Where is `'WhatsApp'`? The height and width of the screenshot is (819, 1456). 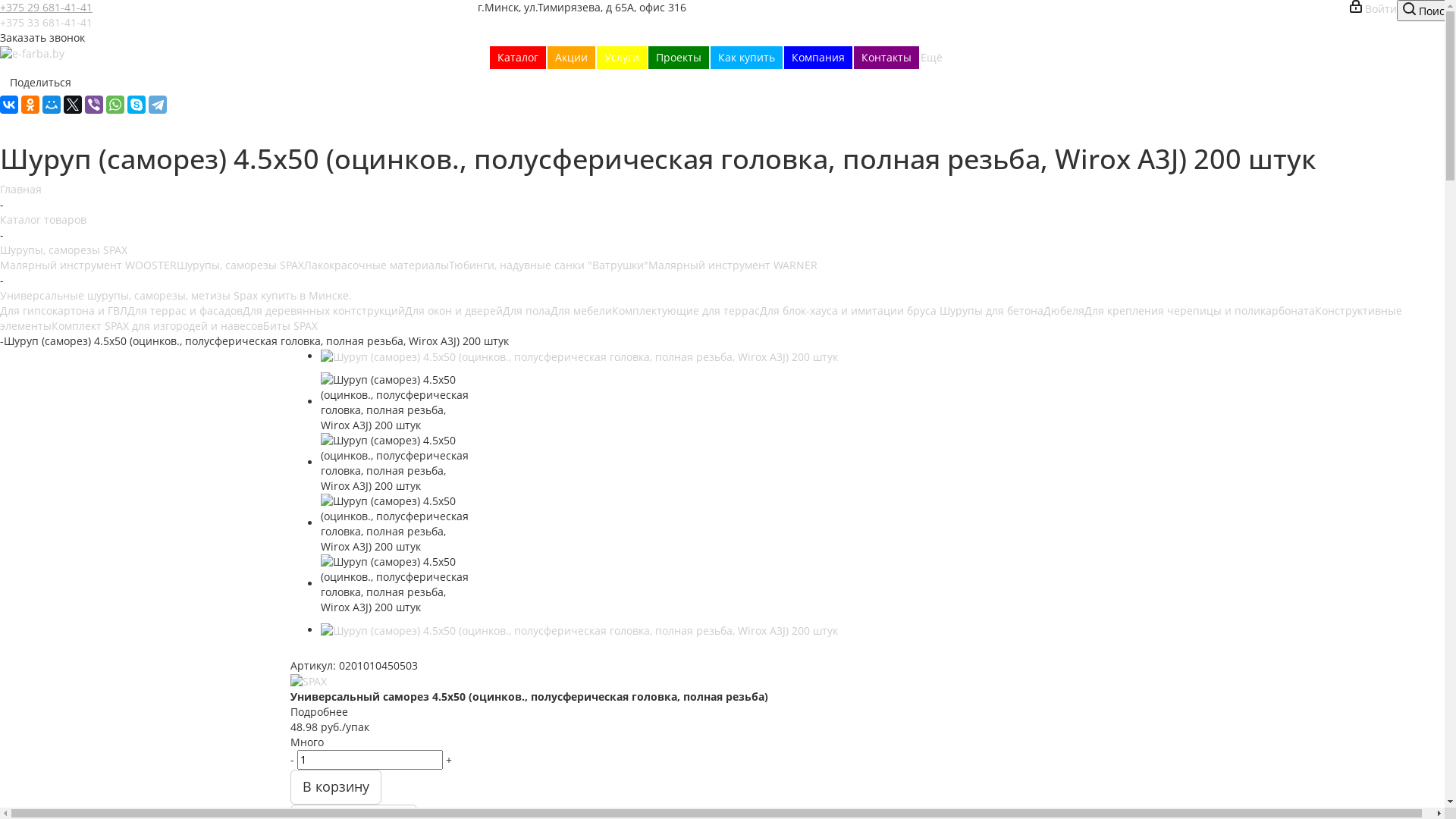
'WhatsApp' is located at coordinates (115, 104).